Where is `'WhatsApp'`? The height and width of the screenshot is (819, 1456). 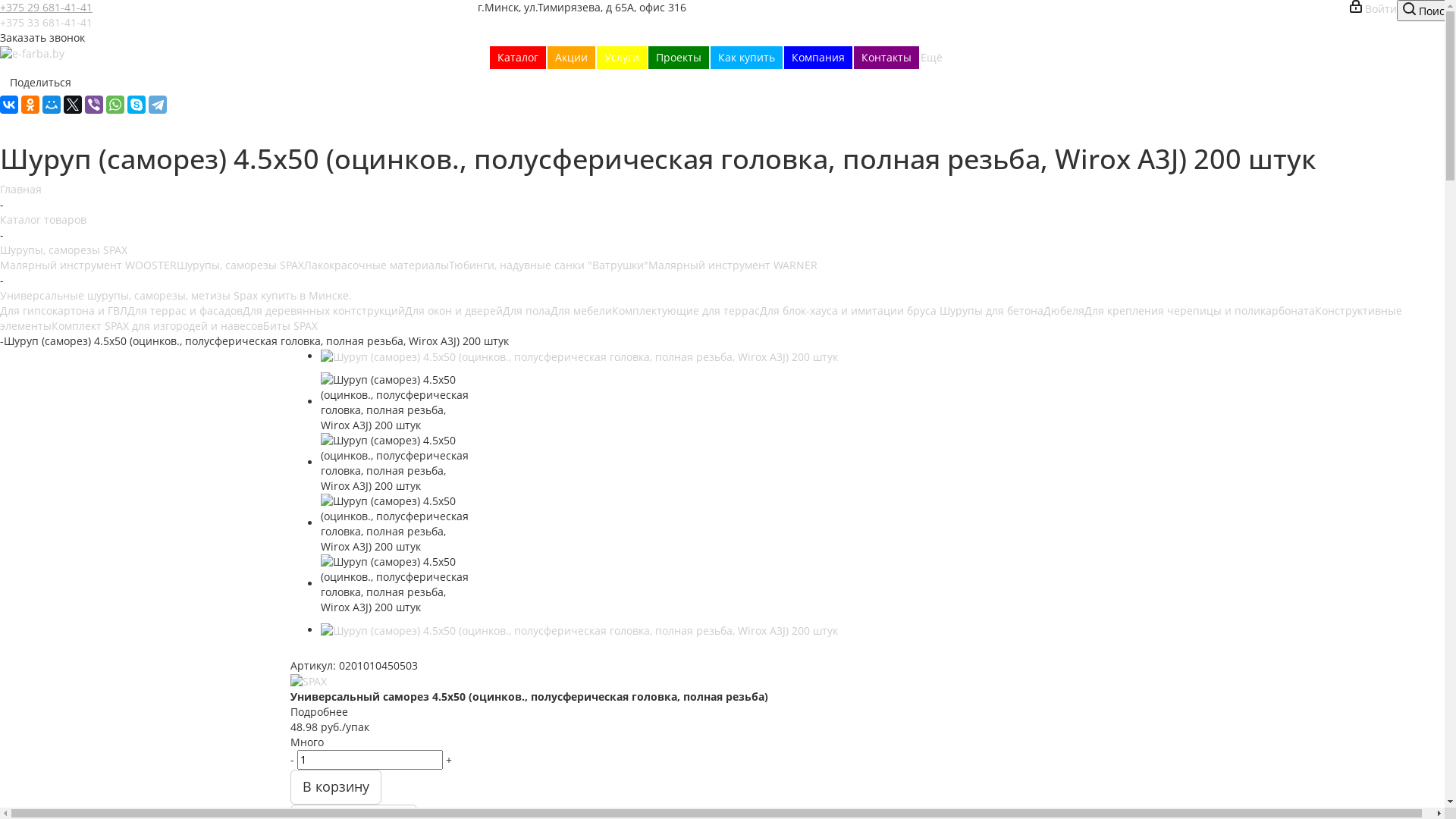
'WhatsApp' is located at coordinates (115, 104).